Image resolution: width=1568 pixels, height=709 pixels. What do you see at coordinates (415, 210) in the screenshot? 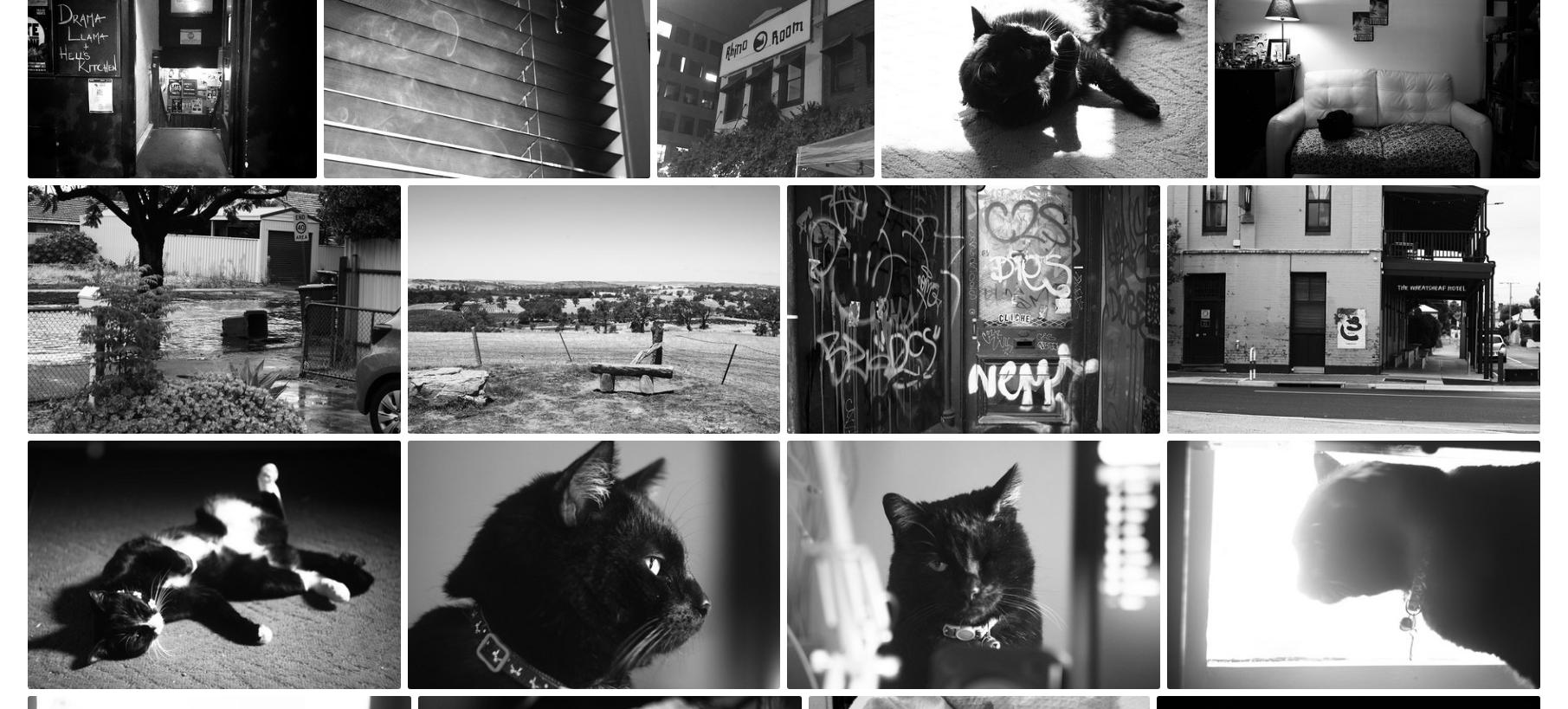
I see `'#1,640'` at bounding box center [415, 210].